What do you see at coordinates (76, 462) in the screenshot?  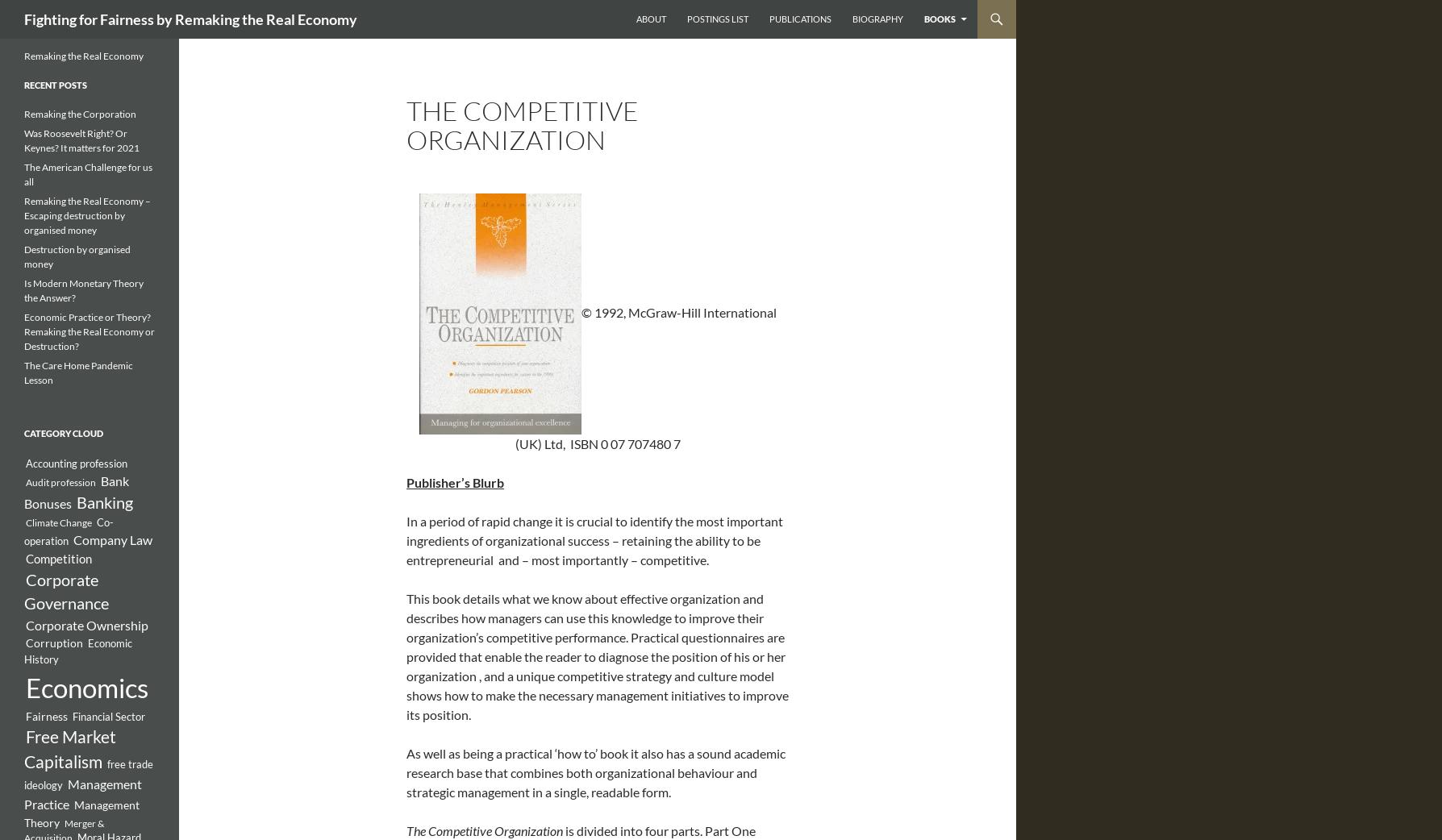 I see `'Accounting profession'` at bounding box center [76, 462].